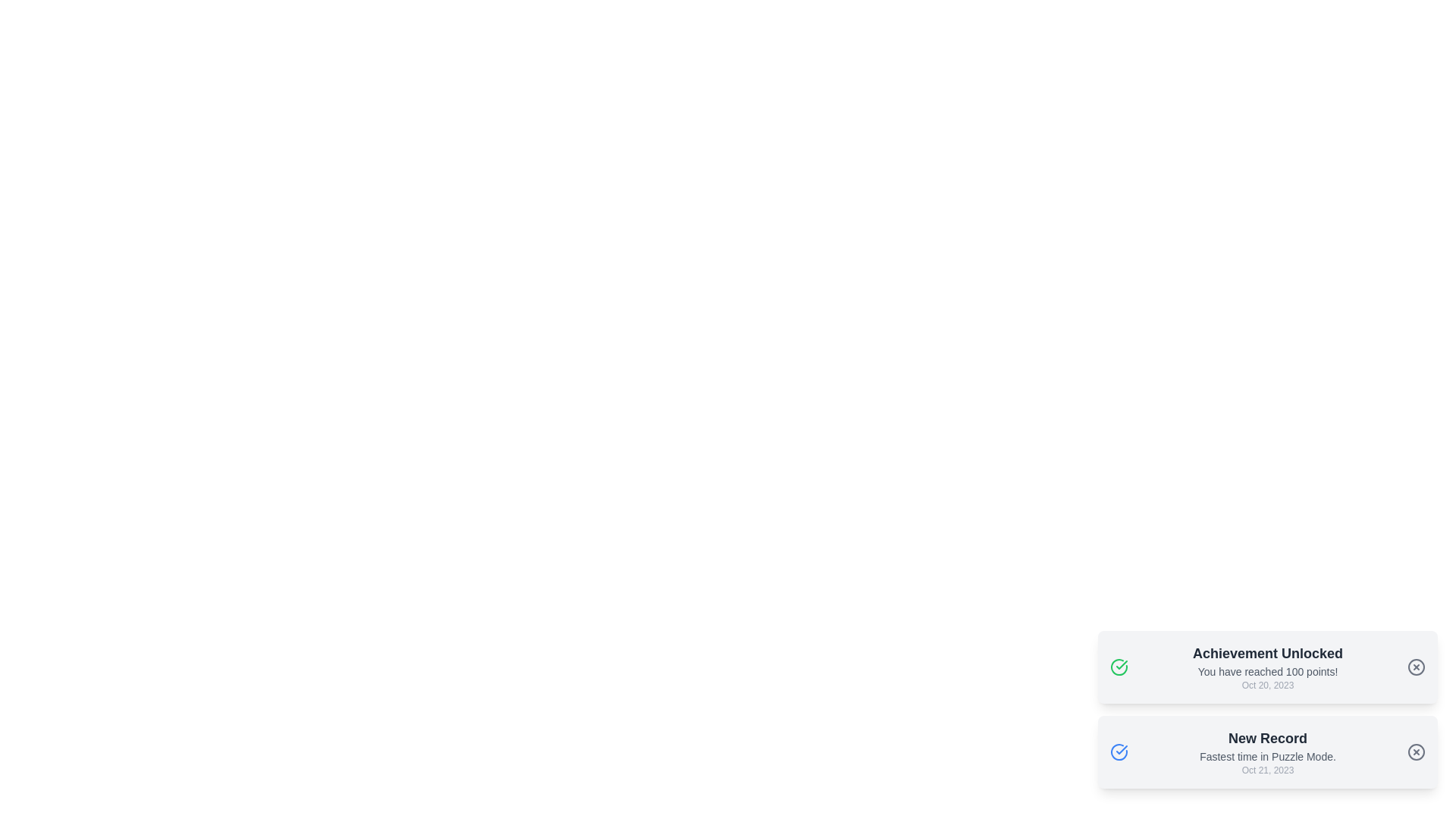 The image size is (1456, 819). I want to click on the circular icon with a green outline and a check mark at its center, located in the 'Achievement Unlocked' notification card, positioned to the left of the title text, so click(1119, 666).